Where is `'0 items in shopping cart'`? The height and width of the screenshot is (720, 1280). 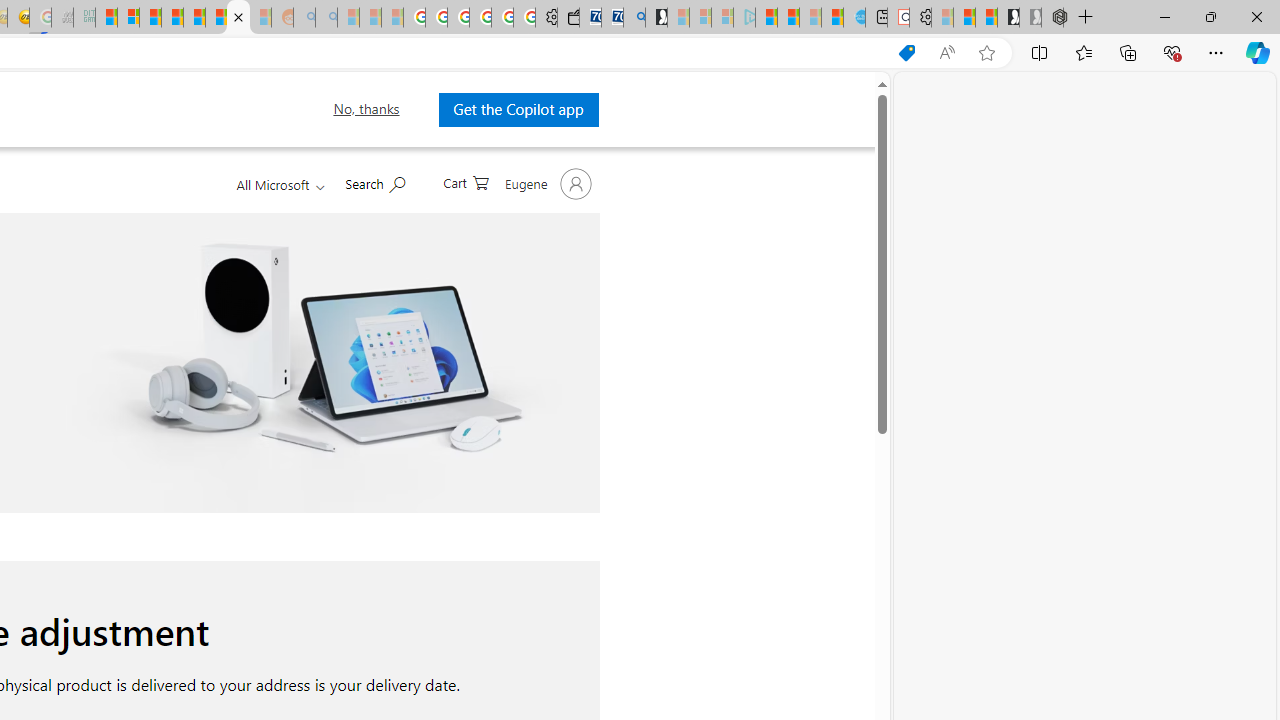 '0 items in shopping cart' is located at coordinates (464, 181).